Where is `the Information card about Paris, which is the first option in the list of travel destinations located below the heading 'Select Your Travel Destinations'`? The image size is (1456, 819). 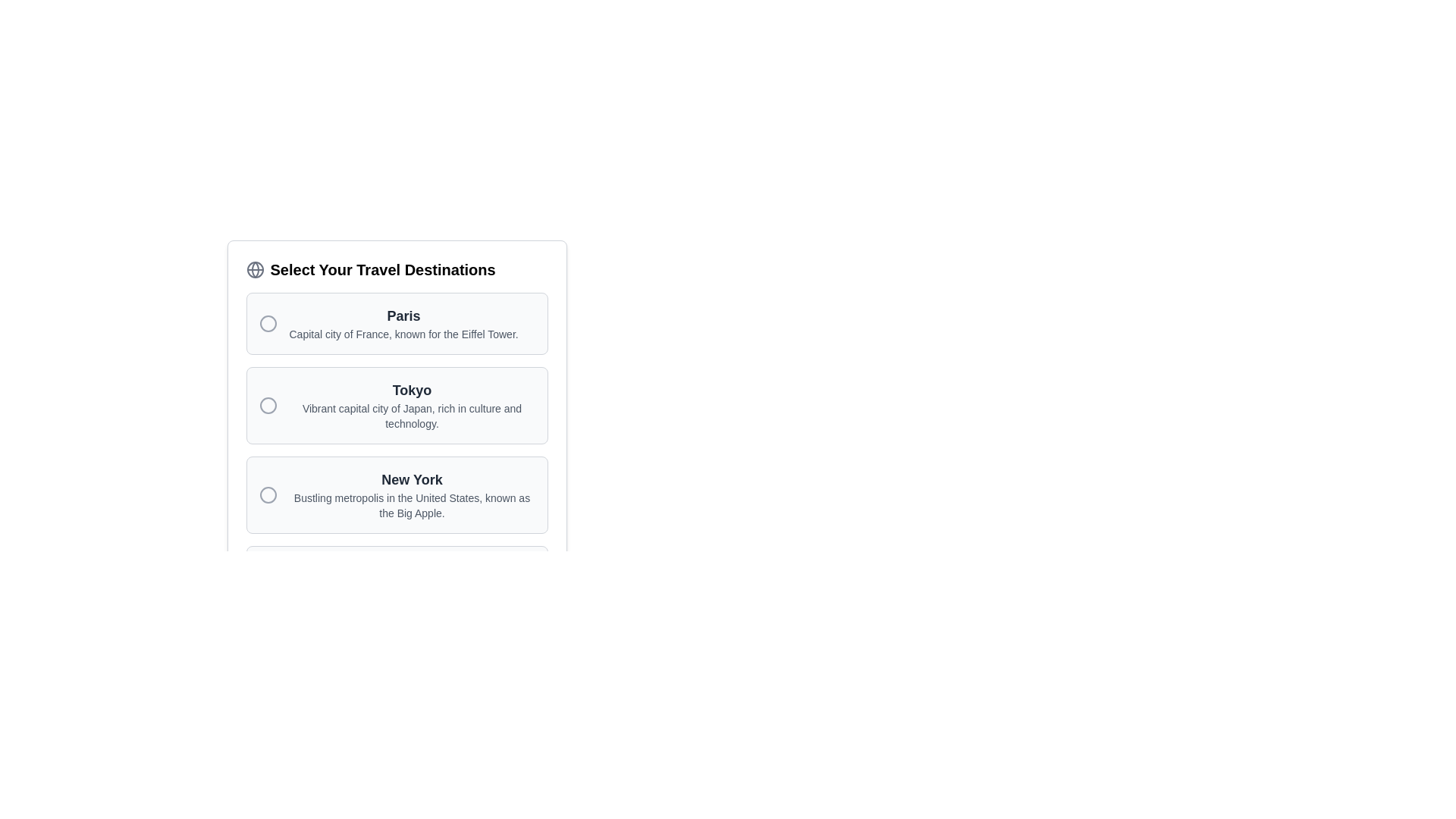 the Information card about Paris, which is the first option in the list of travel destinations located below the heading 'Select Your Travel Destinations' is located at coordinates (403, 323).